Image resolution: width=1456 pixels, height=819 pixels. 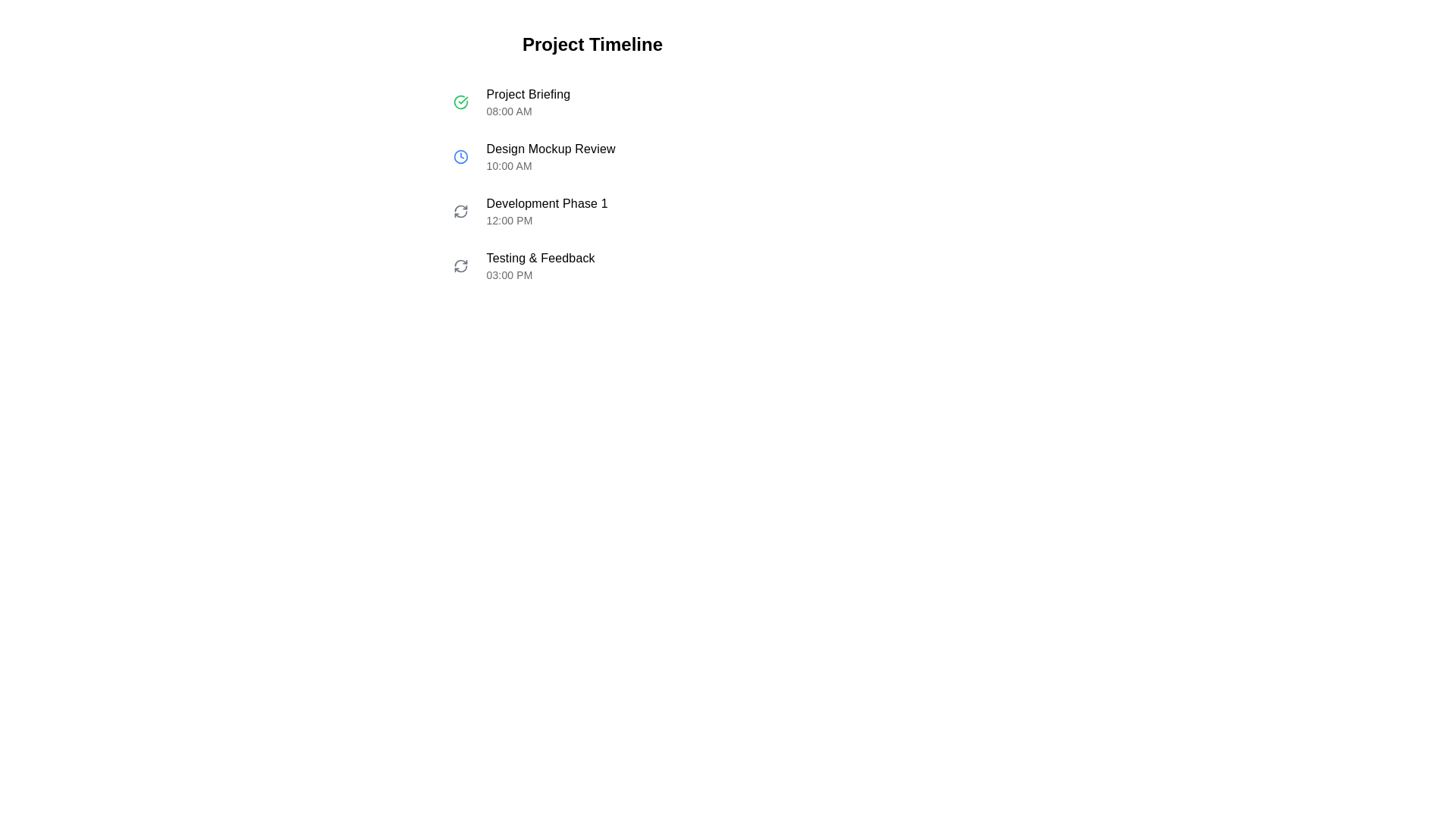 What do you see at coordinates (460, 212) in the screenshot?
I see `the circular icon button featuring a clockwise refresh arrow design located to the left of the 'Development Phase 1' text` at bounding box center [460, 212].